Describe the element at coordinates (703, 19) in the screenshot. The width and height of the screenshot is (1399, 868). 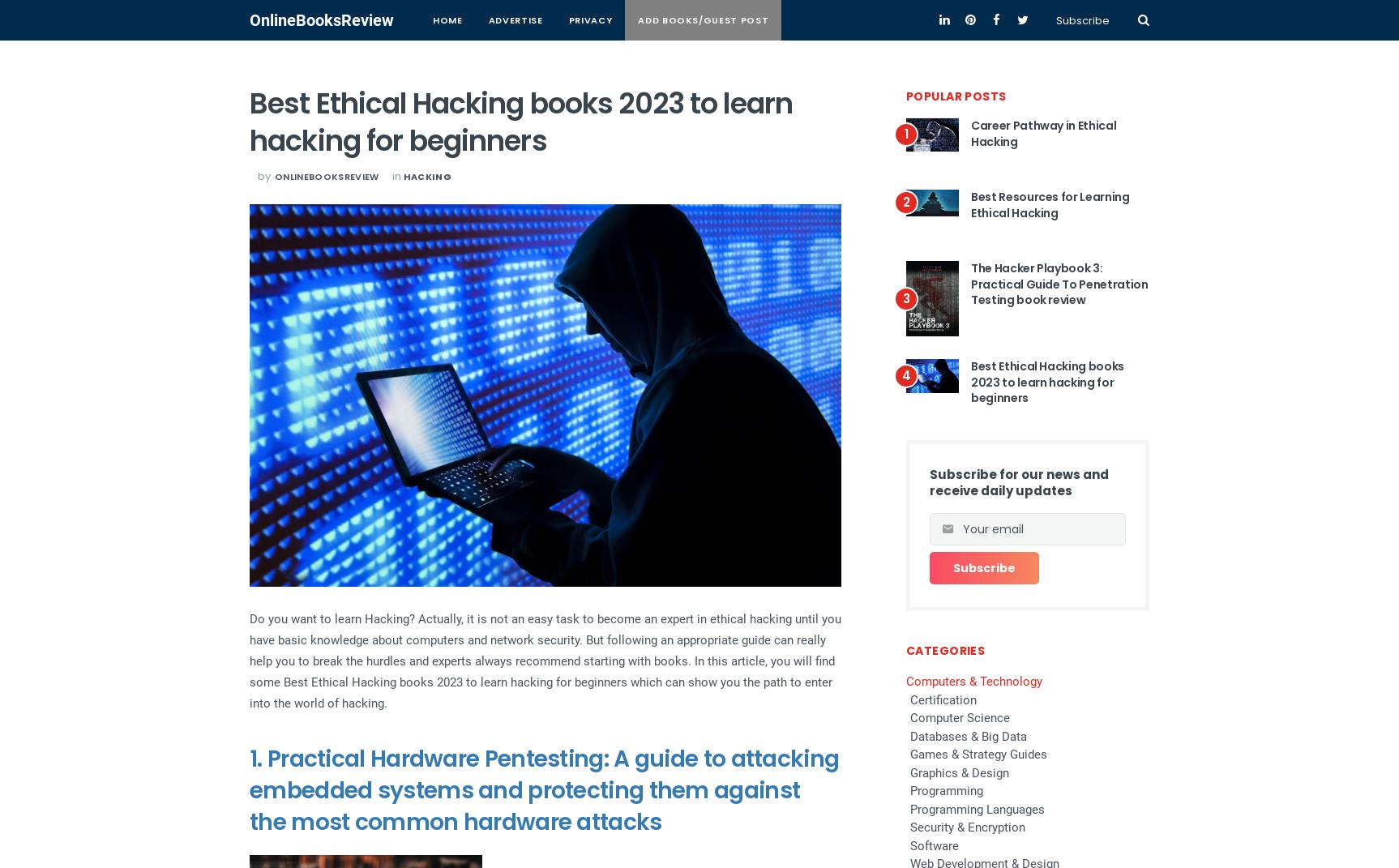
I see `'Add books/Guest Post'` at that location.